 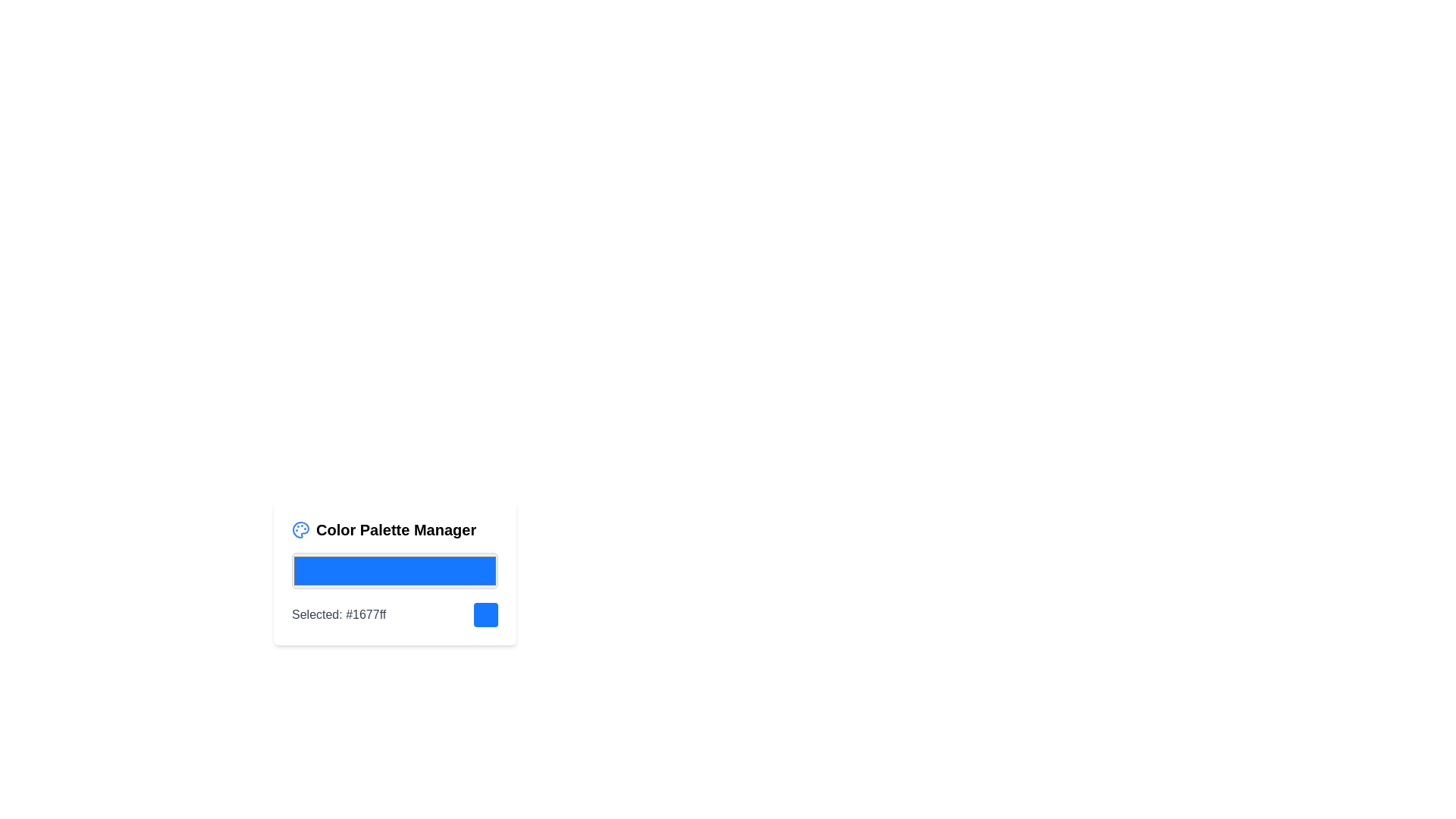 I want to click on the text label that displays the currently selected color and its hexadecimal code, located below the blue color display bar and to the left of the blue color indicator, so click(x=338, y=614).